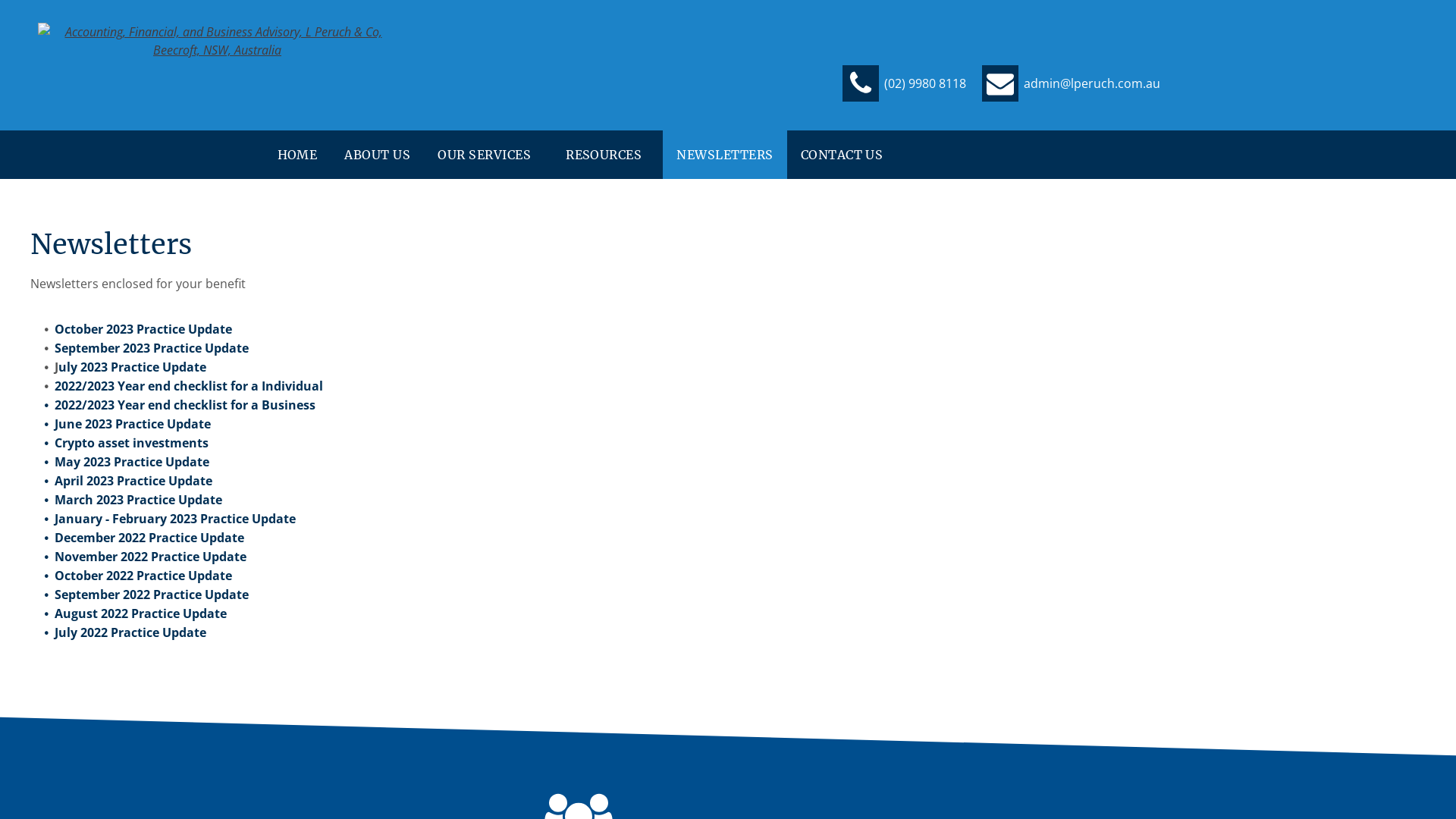  Describe the element at coordinates (1070, 82) in the screenshot. I see `'admin@lperuch.com.au'` at that location.